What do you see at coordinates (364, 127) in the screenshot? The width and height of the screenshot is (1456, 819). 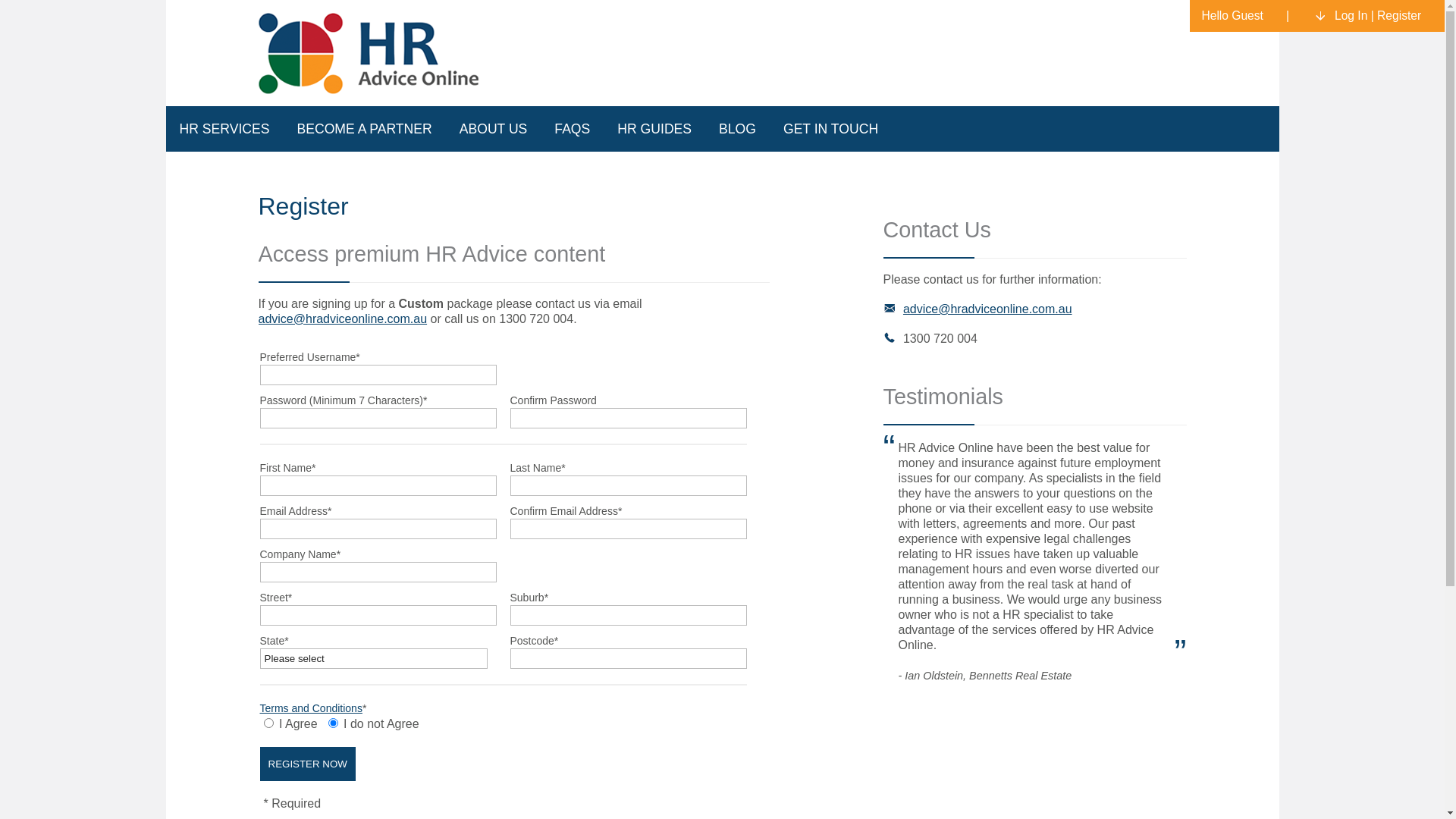 I see `'BECOME A PARTNER'` at bounding box center [364, 127].